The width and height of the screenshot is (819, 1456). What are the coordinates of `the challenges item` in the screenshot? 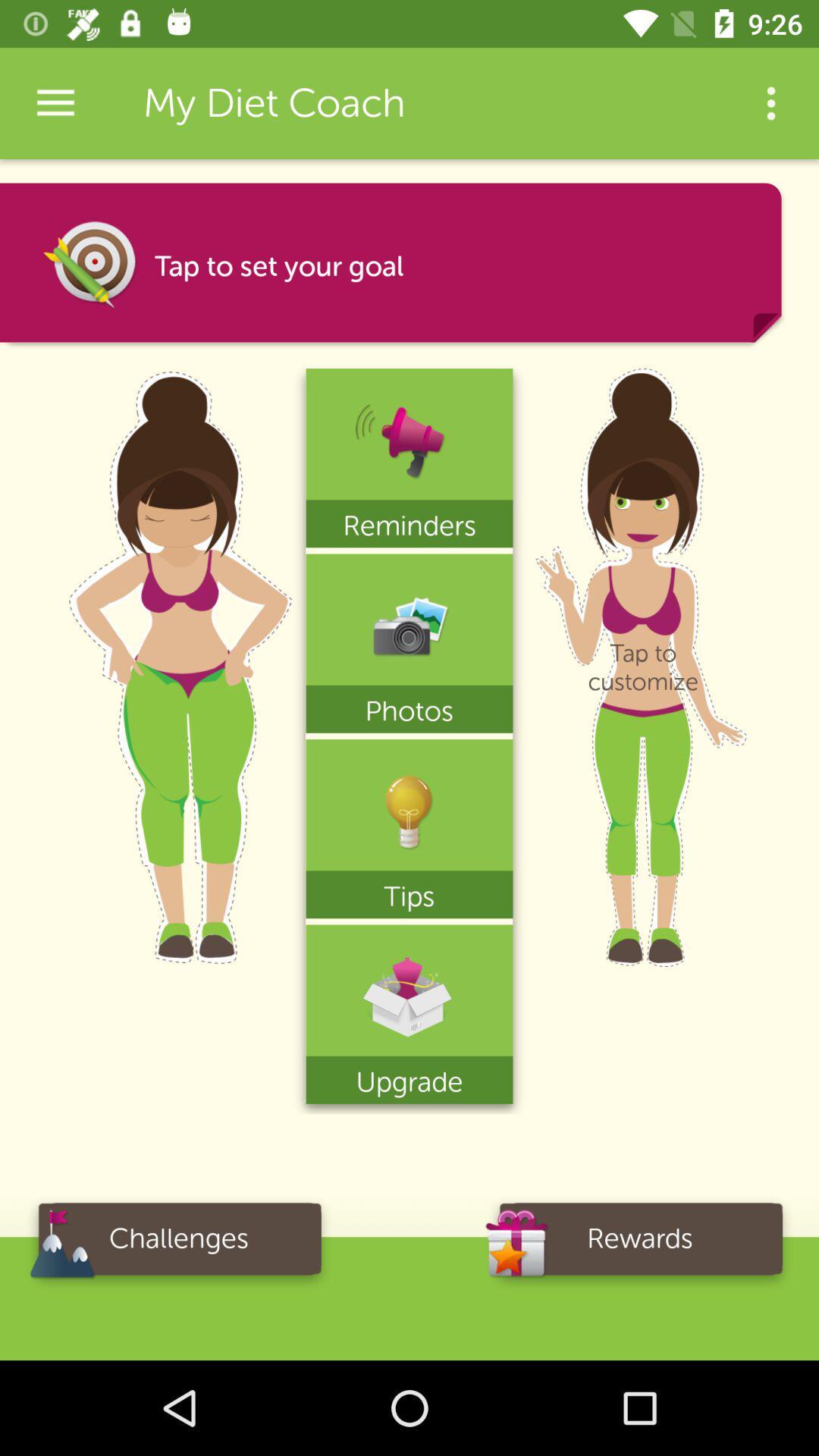 It's located at (177, 1244).